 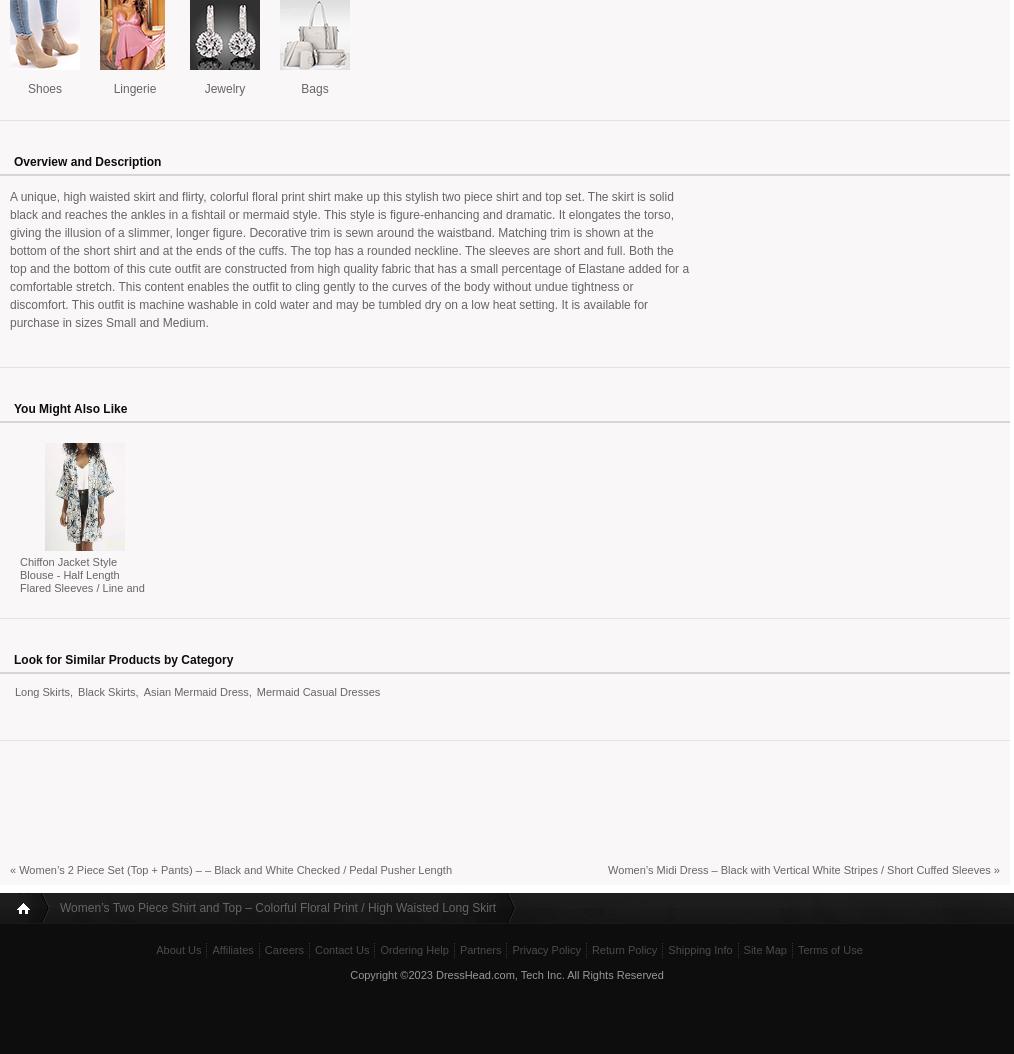 I want to click on 'Asian Mermaid Dress', so click(x=194, y=690).